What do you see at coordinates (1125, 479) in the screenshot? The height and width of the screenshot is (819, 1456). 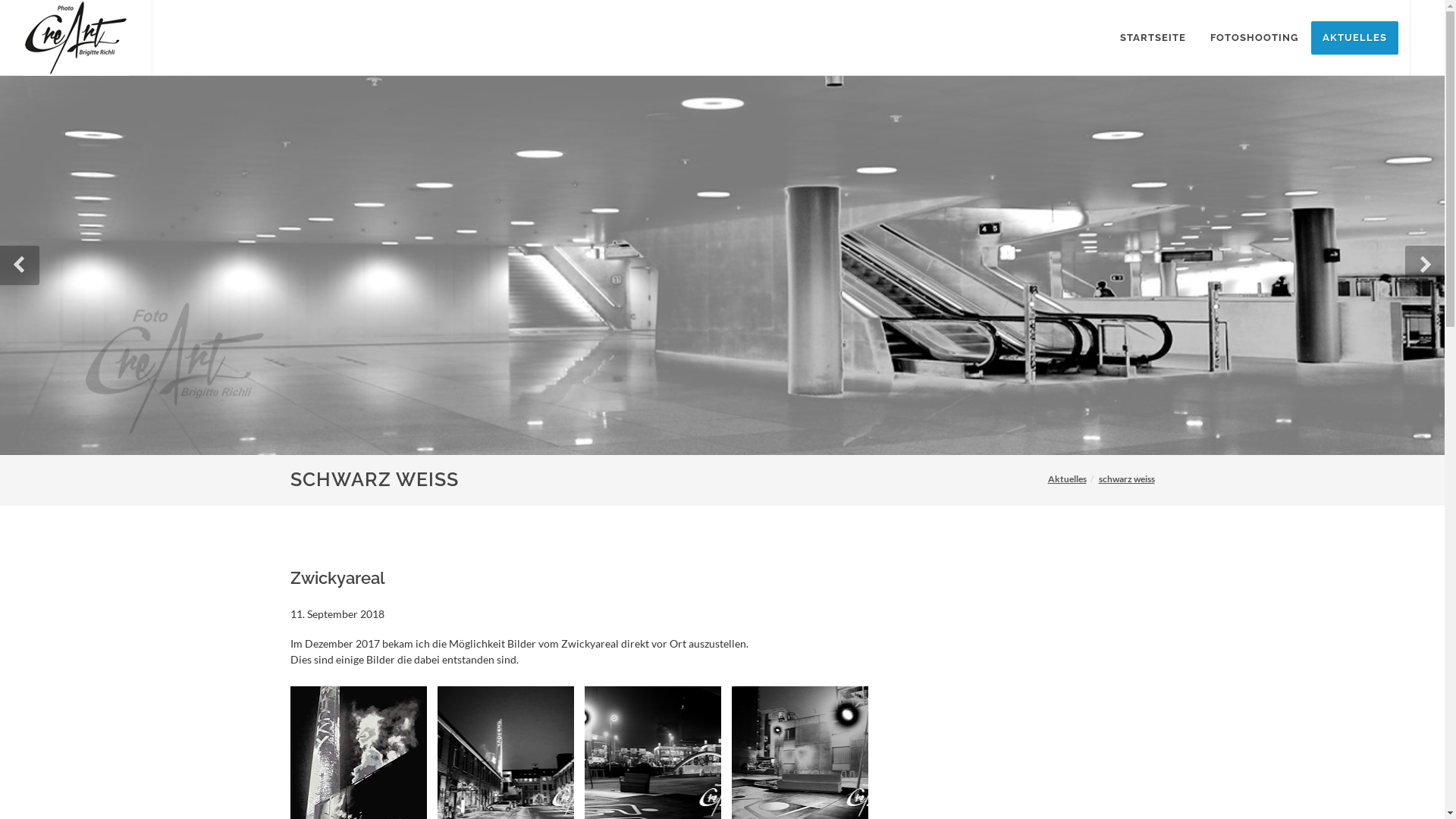 I see `'schwarz weiss'` at bounding box center [1125, 479].